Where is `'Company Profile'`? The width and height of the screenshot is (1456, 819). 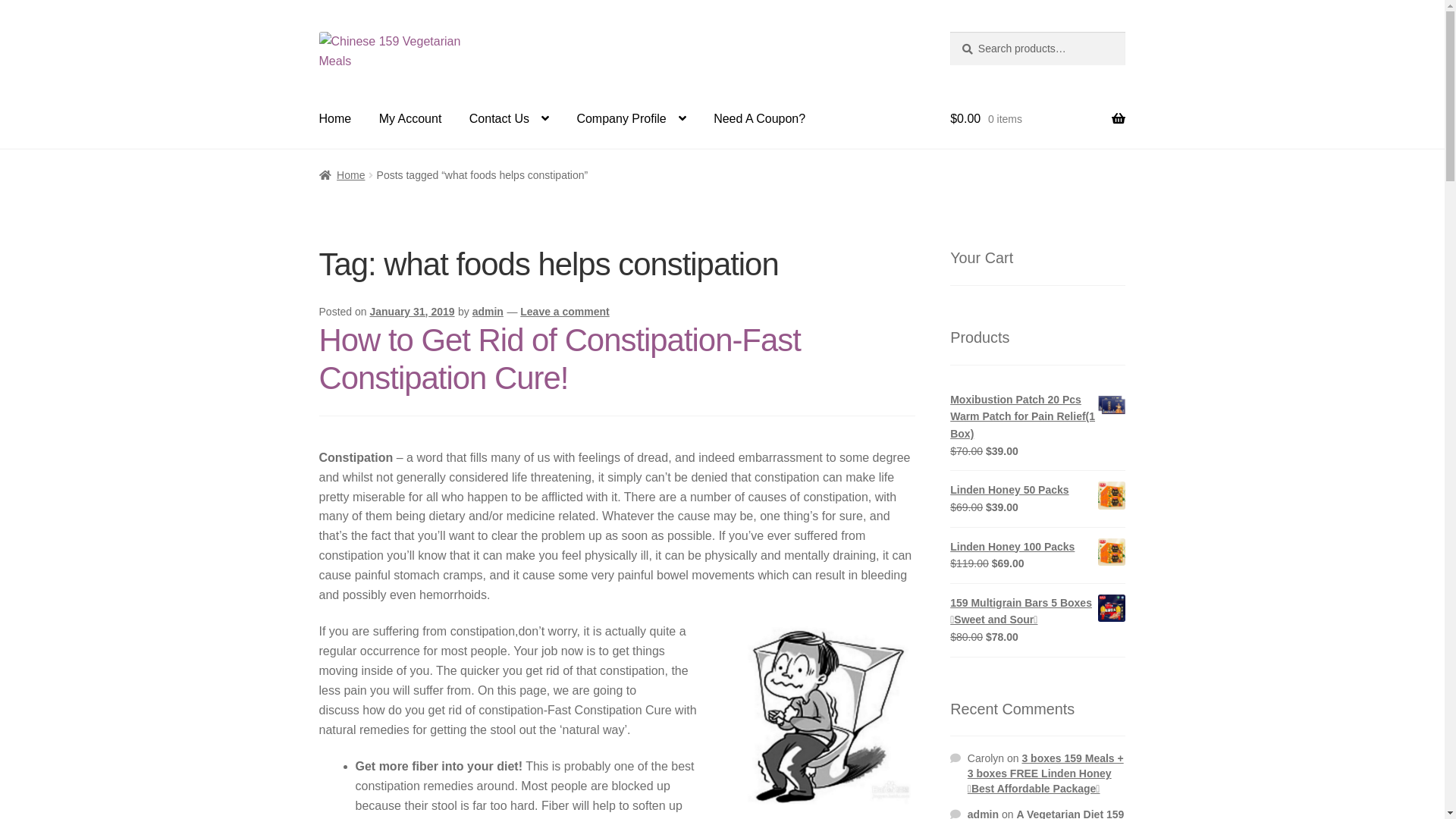 'Company Profile' is located at coordinates (630, 118).